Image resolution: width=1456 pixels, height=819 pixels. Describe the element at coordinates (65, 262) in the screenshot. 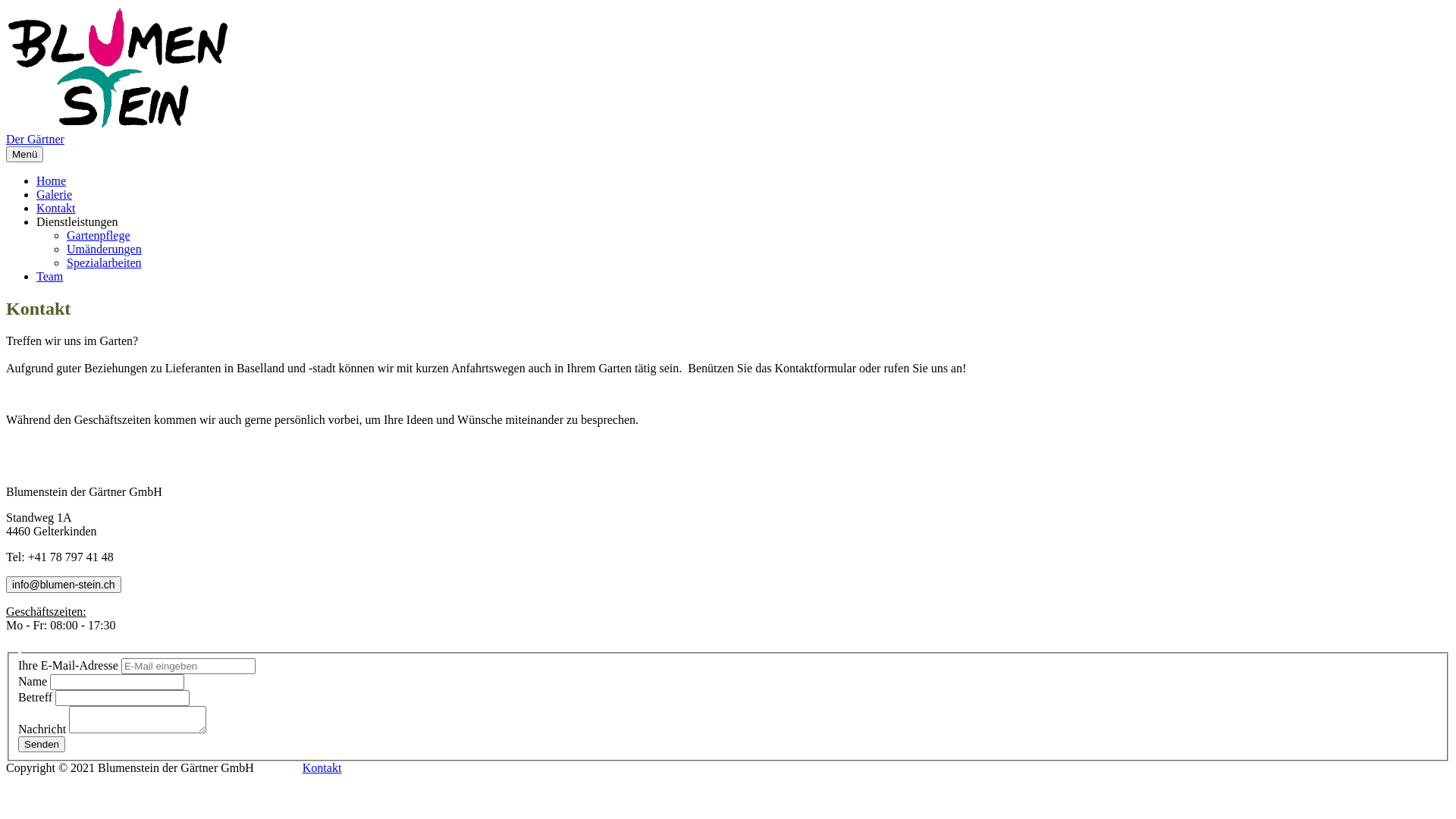

I see `'Spezialarbeiten'` at that location.